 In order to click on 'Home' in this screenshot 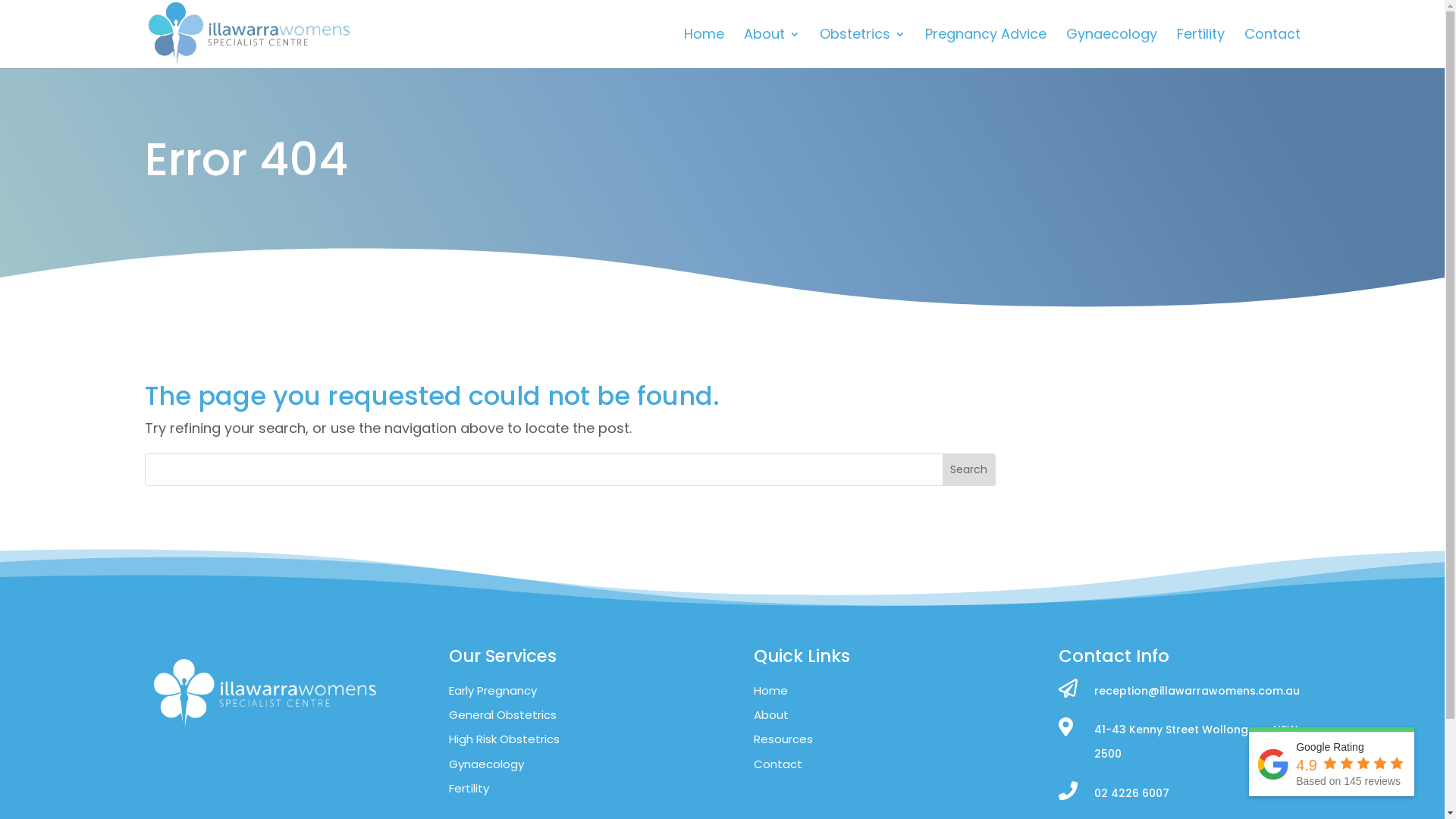, I will do `click(703, 48)`.